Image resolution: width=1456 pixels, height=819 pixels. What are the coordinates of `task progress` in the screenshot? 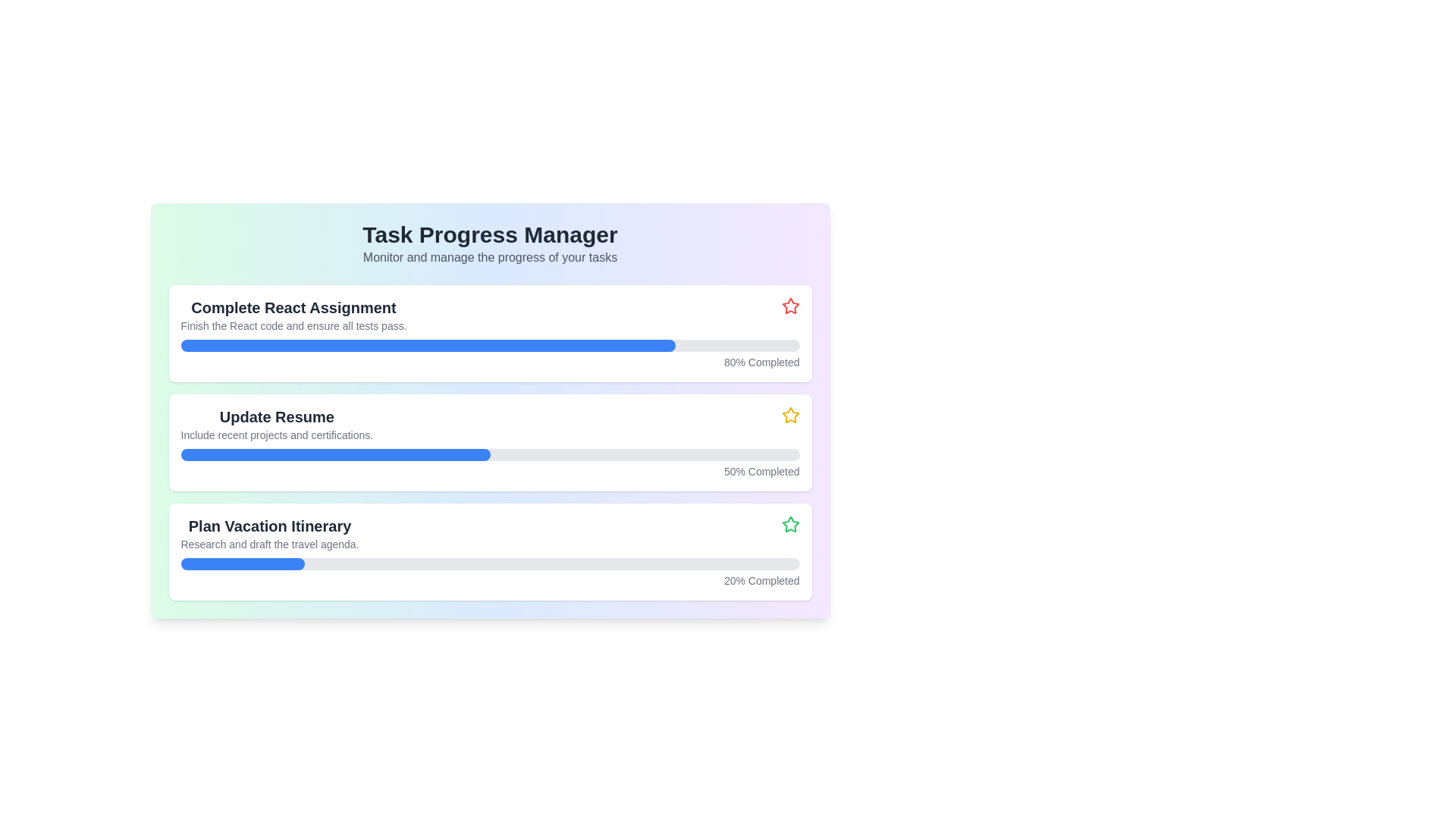 It's located at (334, 564).